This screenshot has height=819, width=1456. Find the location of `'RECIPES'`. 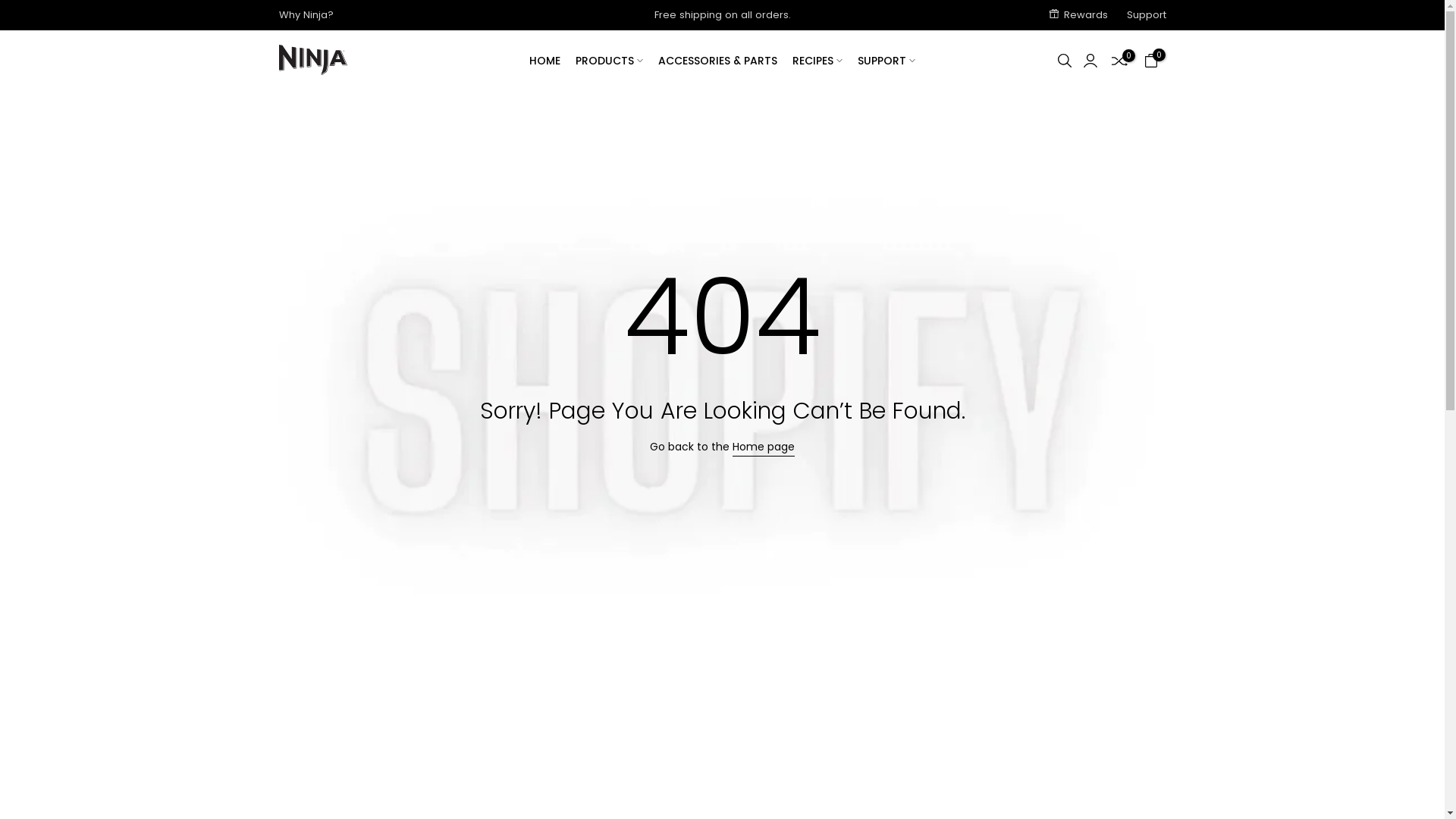

'RECIPES' is located at coordinates (785, 60).